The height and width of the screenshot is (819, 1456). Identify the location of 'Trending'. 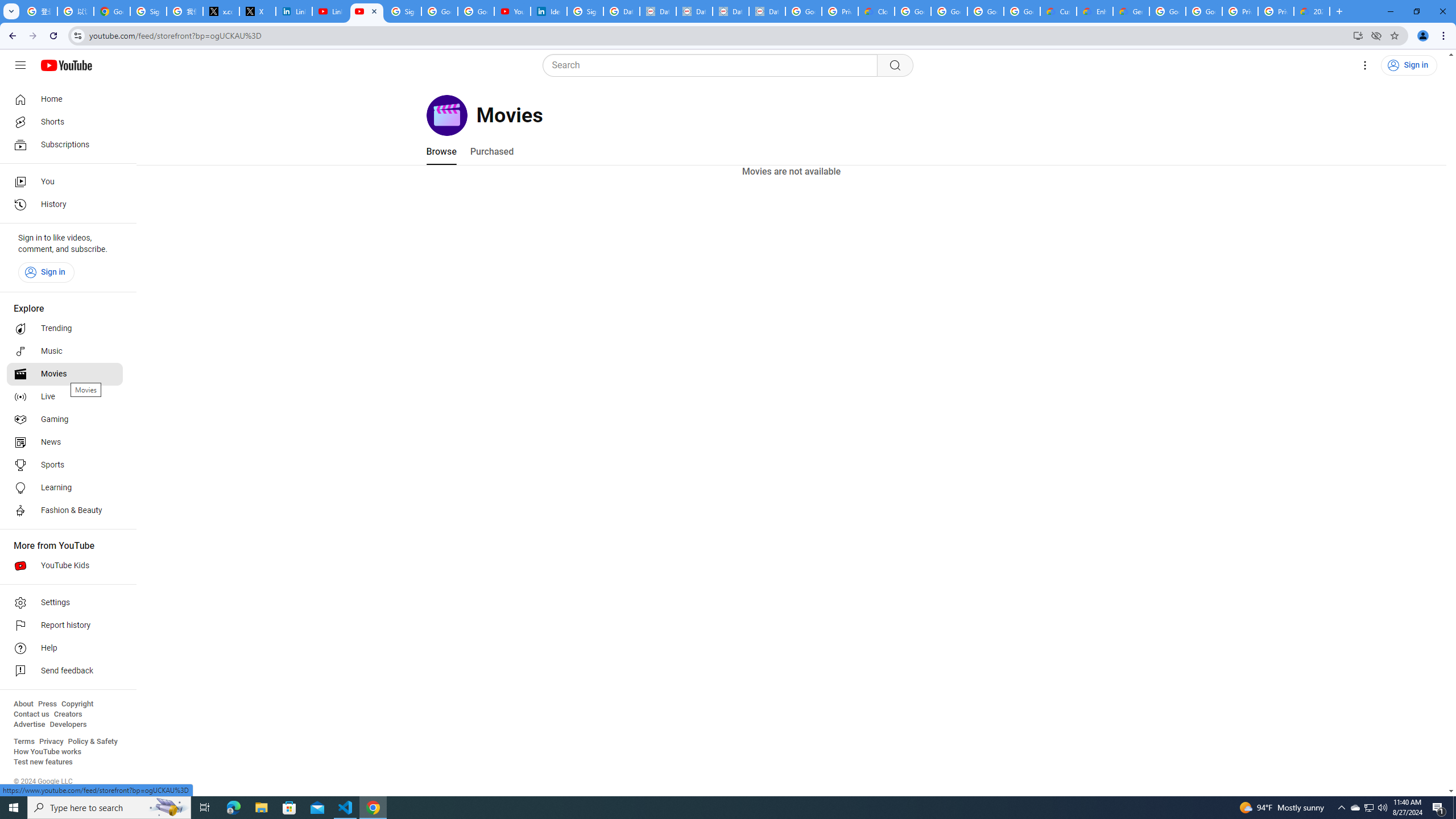
(64, 329).